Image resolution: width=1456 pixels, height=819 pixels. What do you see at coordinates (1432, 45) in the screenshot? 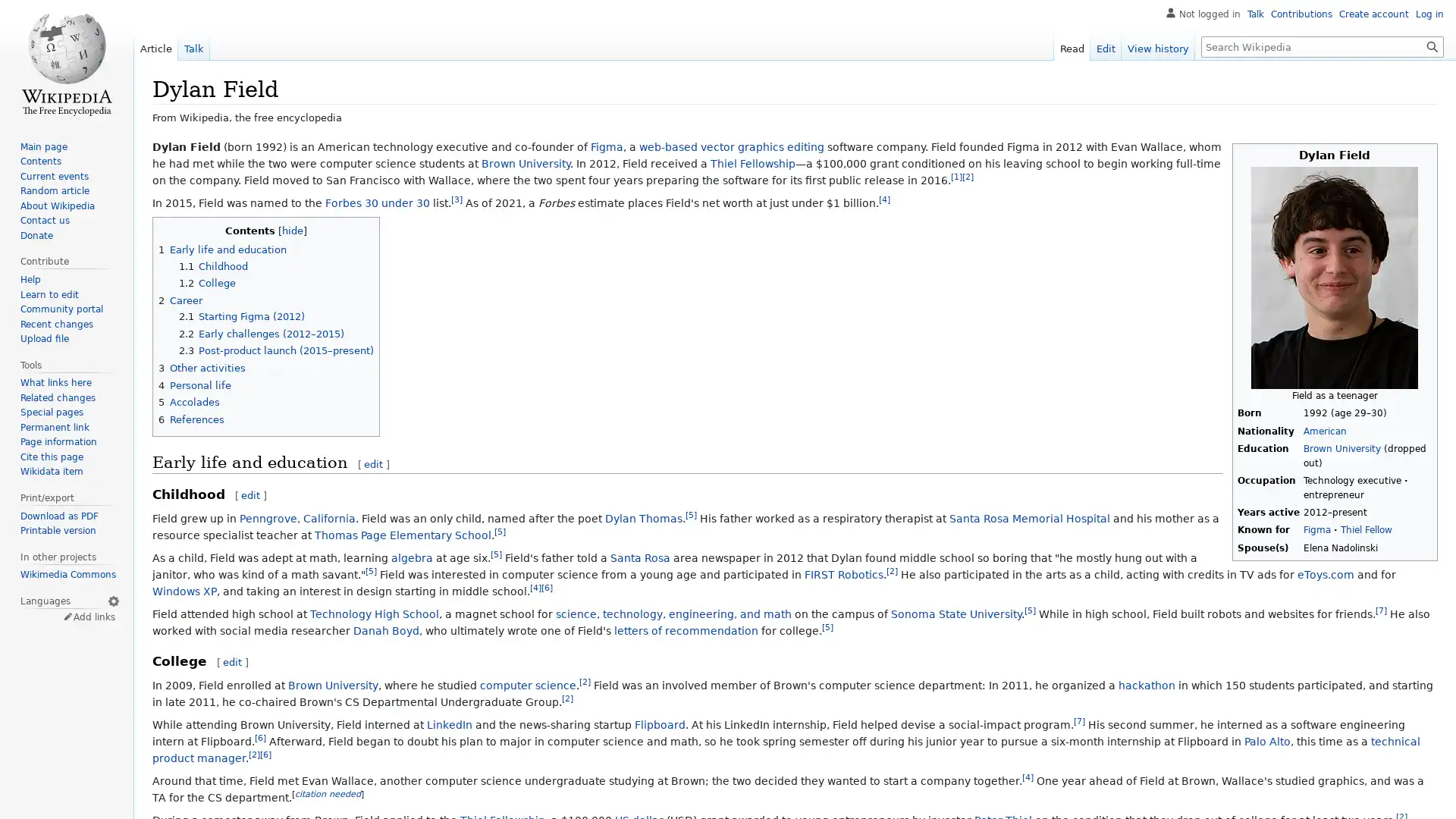
I see `Search` at bounding box center [1432, 45].